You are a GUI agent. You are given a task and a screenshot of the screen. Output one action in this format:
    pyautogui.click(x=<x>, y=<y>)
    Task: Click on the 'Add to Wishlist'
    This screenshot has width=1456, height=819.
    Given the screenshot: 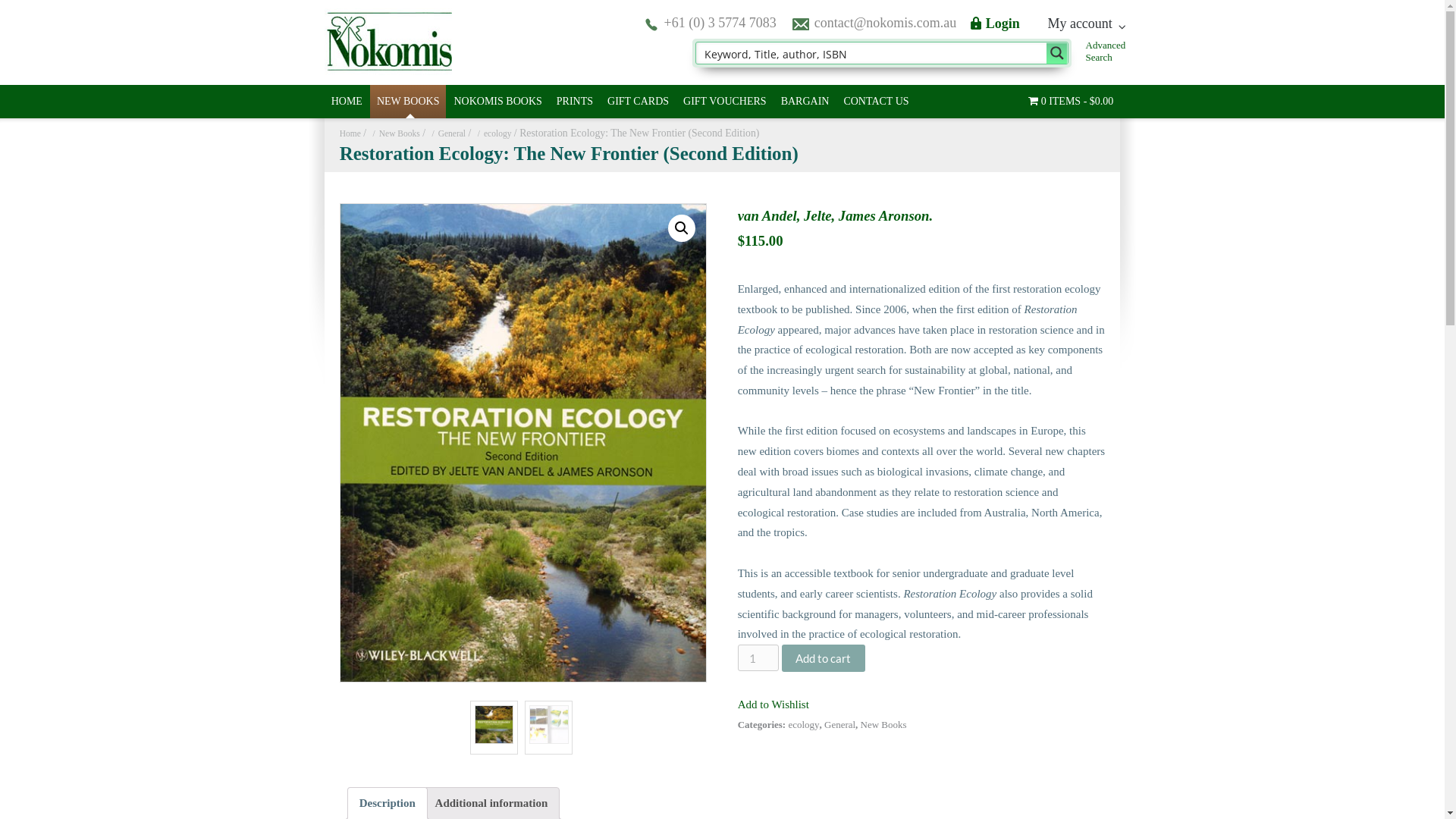 What is the action you would take?
    pyautogui.click(x=773, y=704)
    